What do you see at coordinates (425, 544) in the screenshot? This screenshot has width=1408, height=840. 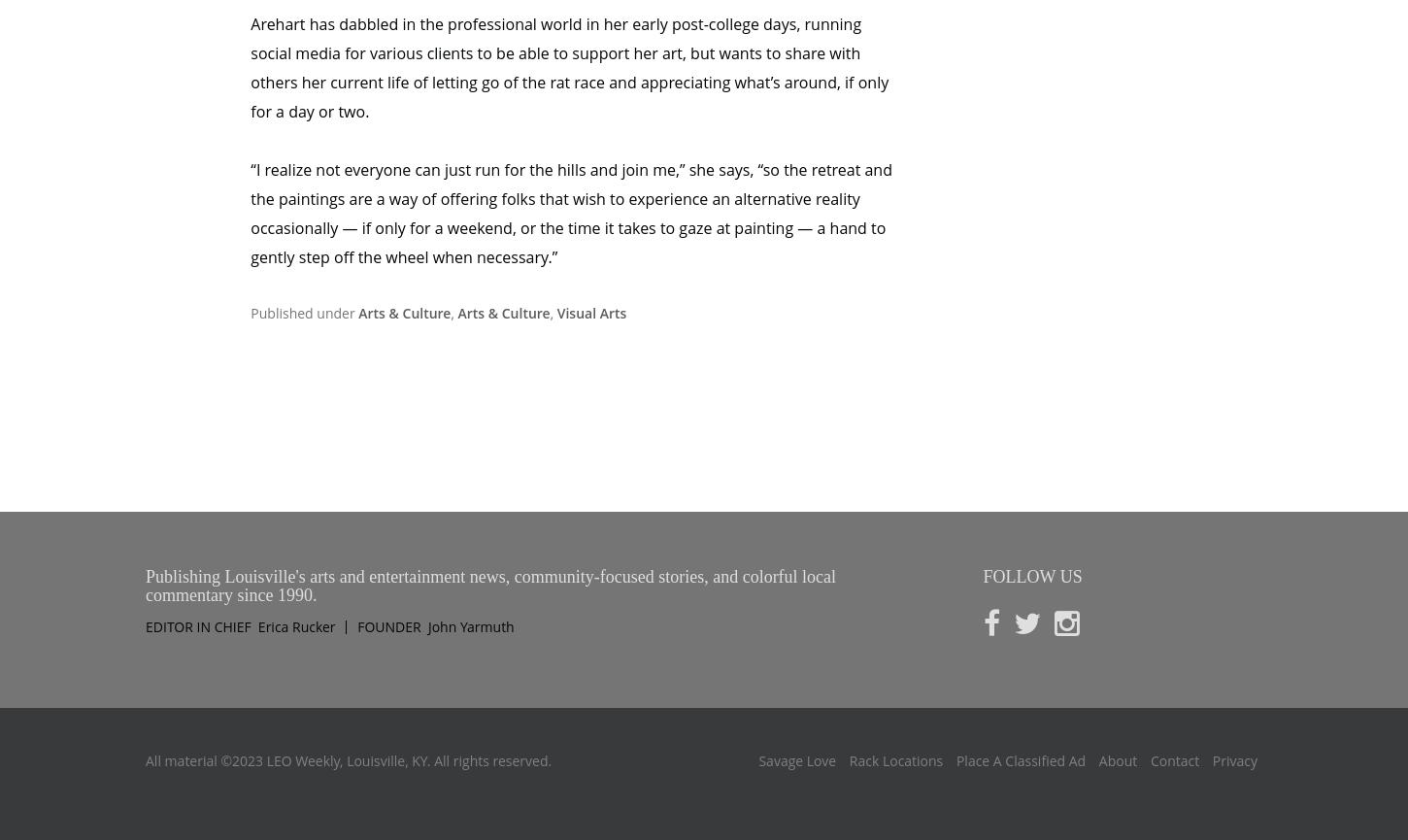 I see `'John Yarmuth'` at bounding box center [425, 544].